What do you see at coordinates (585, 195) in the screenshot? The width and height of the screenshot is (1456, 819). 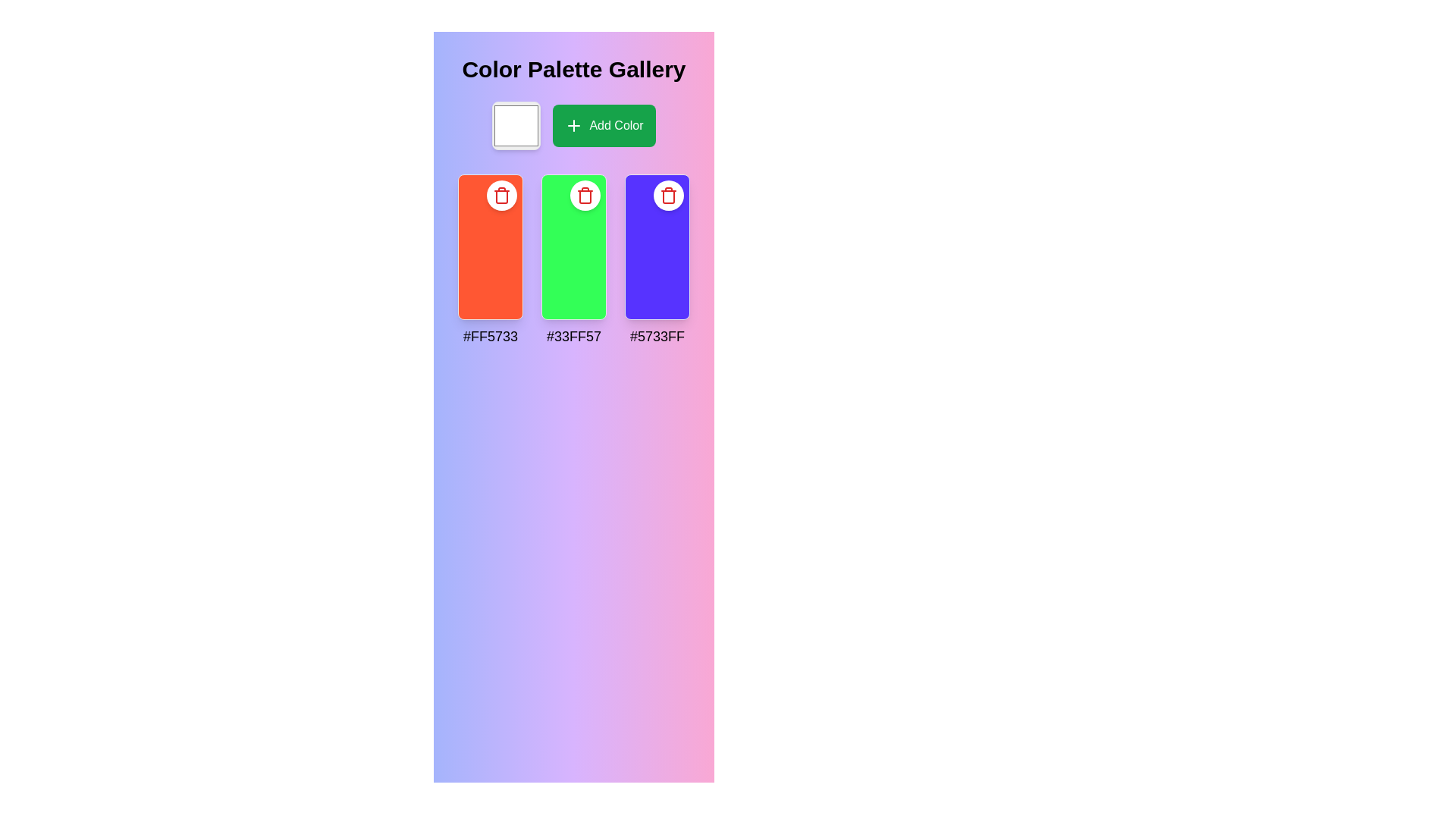 I see `the trash can icon button located in the upper-right corner of the colored tile with the text '#5733FF' as part of keyboard navigation` at bounding box center [585, 195].